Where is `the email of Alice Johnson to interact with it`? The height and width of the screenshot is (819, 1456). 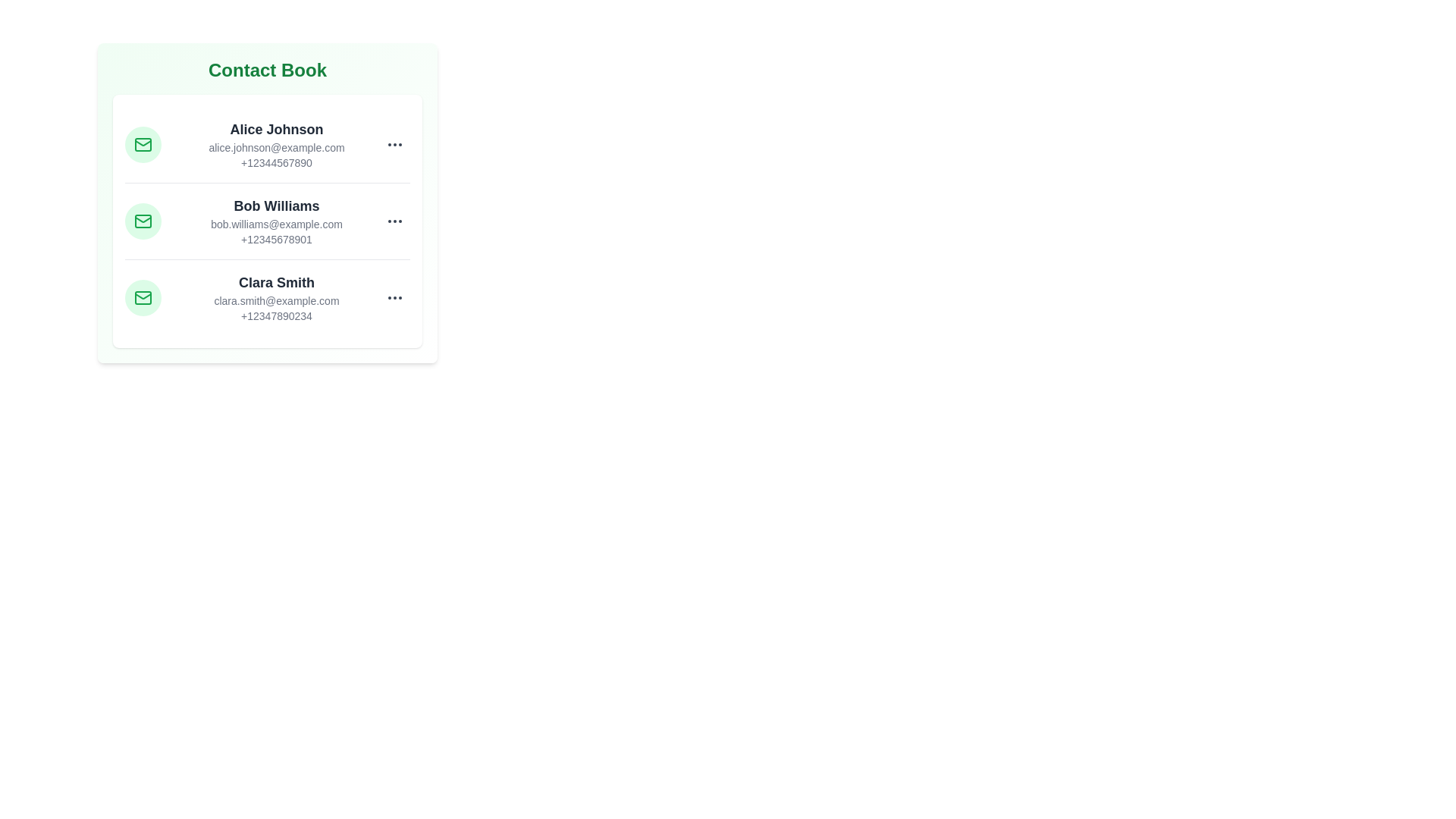
the email of Alice Johnson to interact with it is located at coordinates (276, 148).